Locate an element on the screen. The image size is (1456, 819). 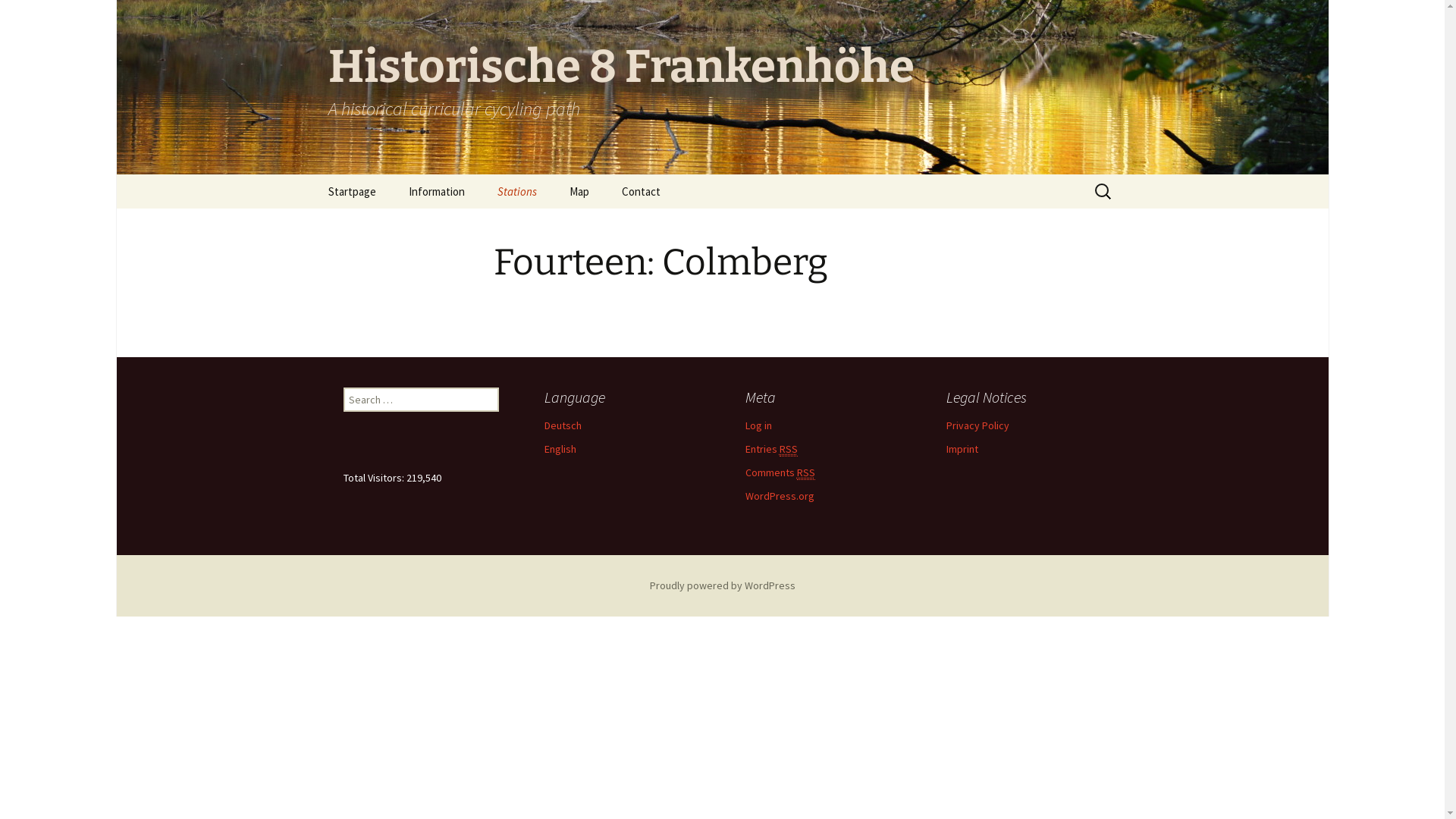
'English' is located at coordinates (544, 447).